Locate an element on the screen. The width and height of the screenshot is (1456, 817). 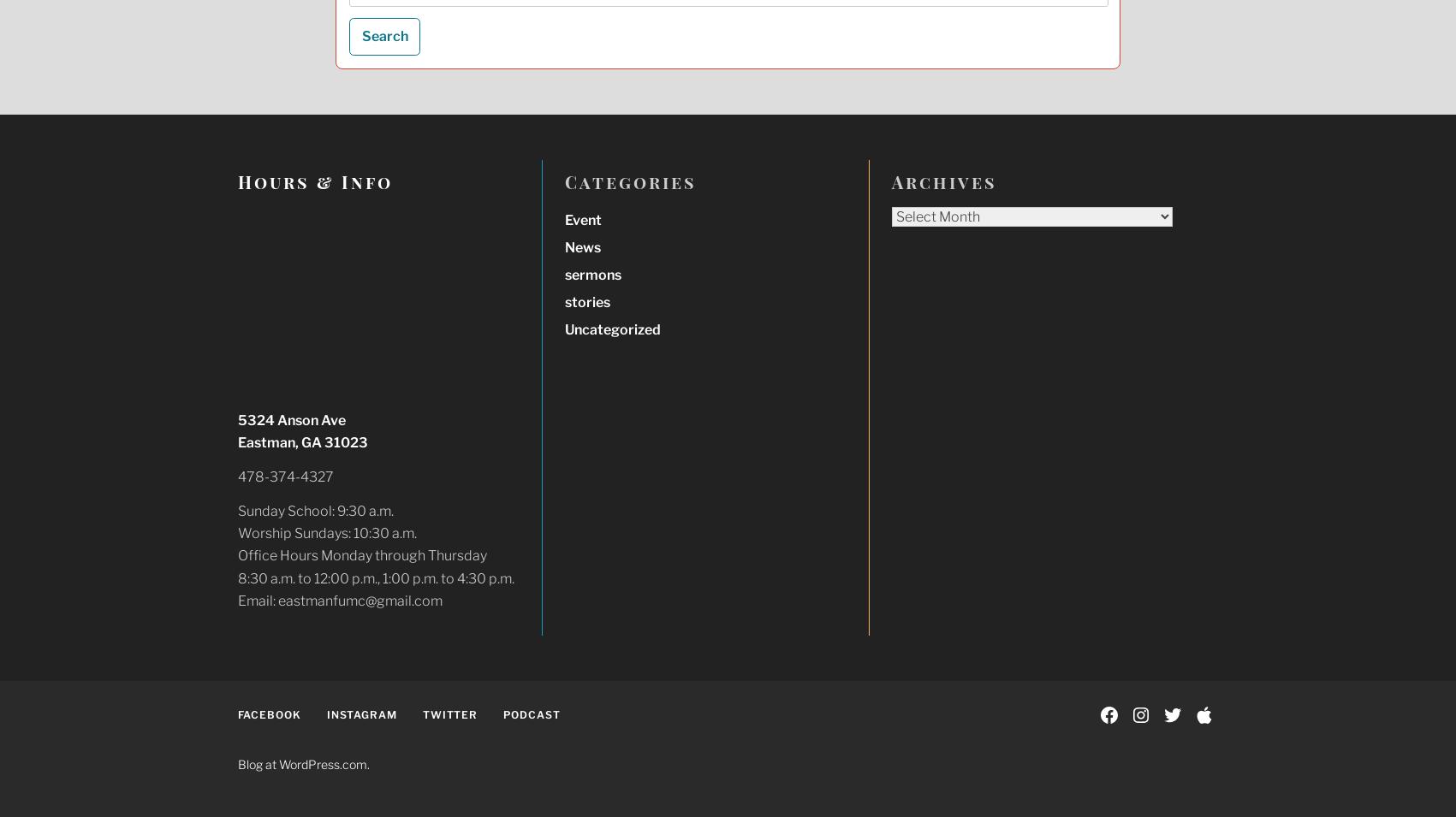
'Sunday School: 9:30 a.m.' is located at coordinates (313, 510).